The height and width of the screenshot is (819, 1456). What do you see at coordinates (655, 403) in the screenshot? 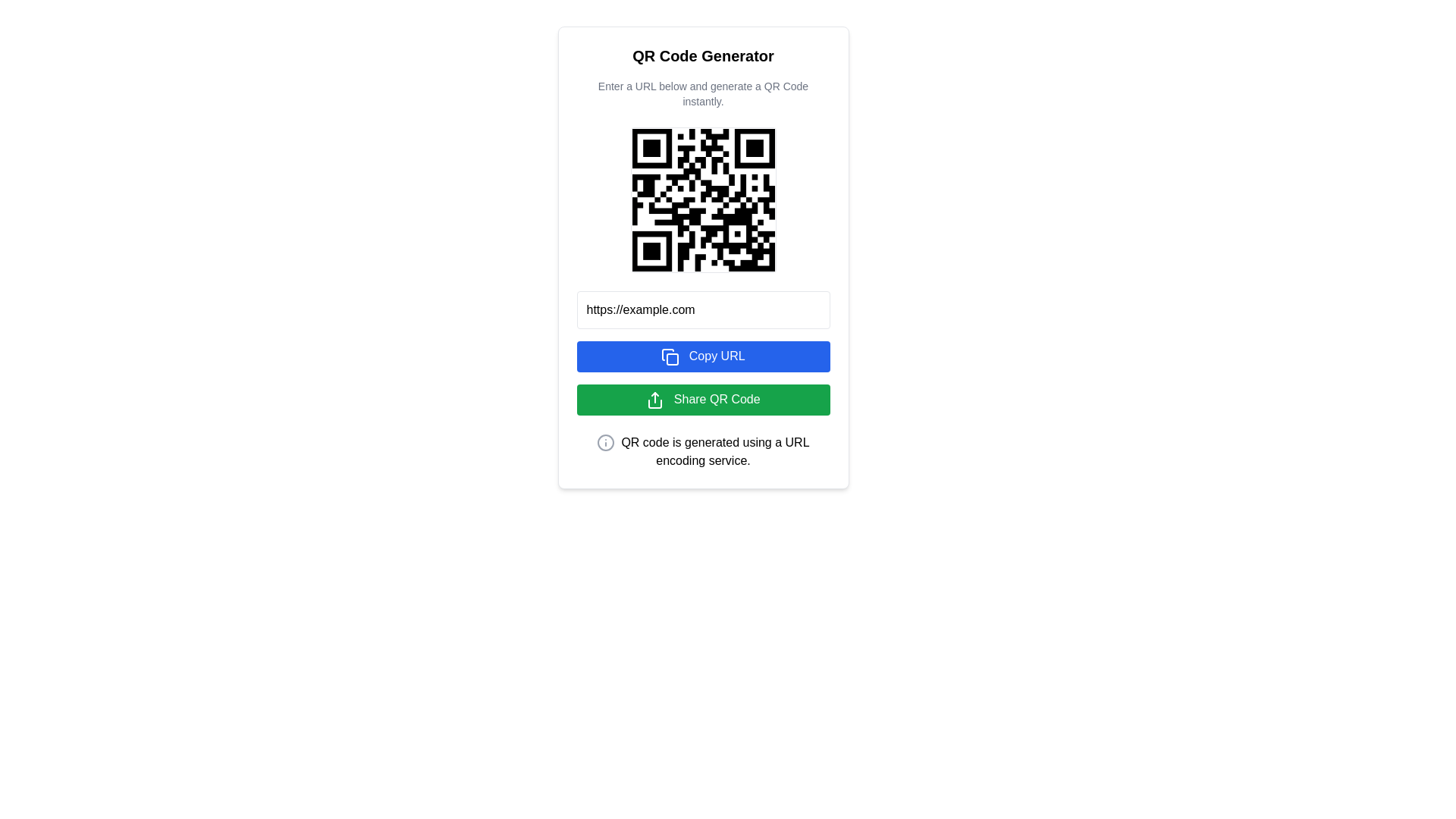
I see `the rectangular-shaped bottom portion of the SVG share icon, which has rounded edges and is located on the right-hand side of the interface, slightly above the central vertical axis` at bounding box center [655, 403].